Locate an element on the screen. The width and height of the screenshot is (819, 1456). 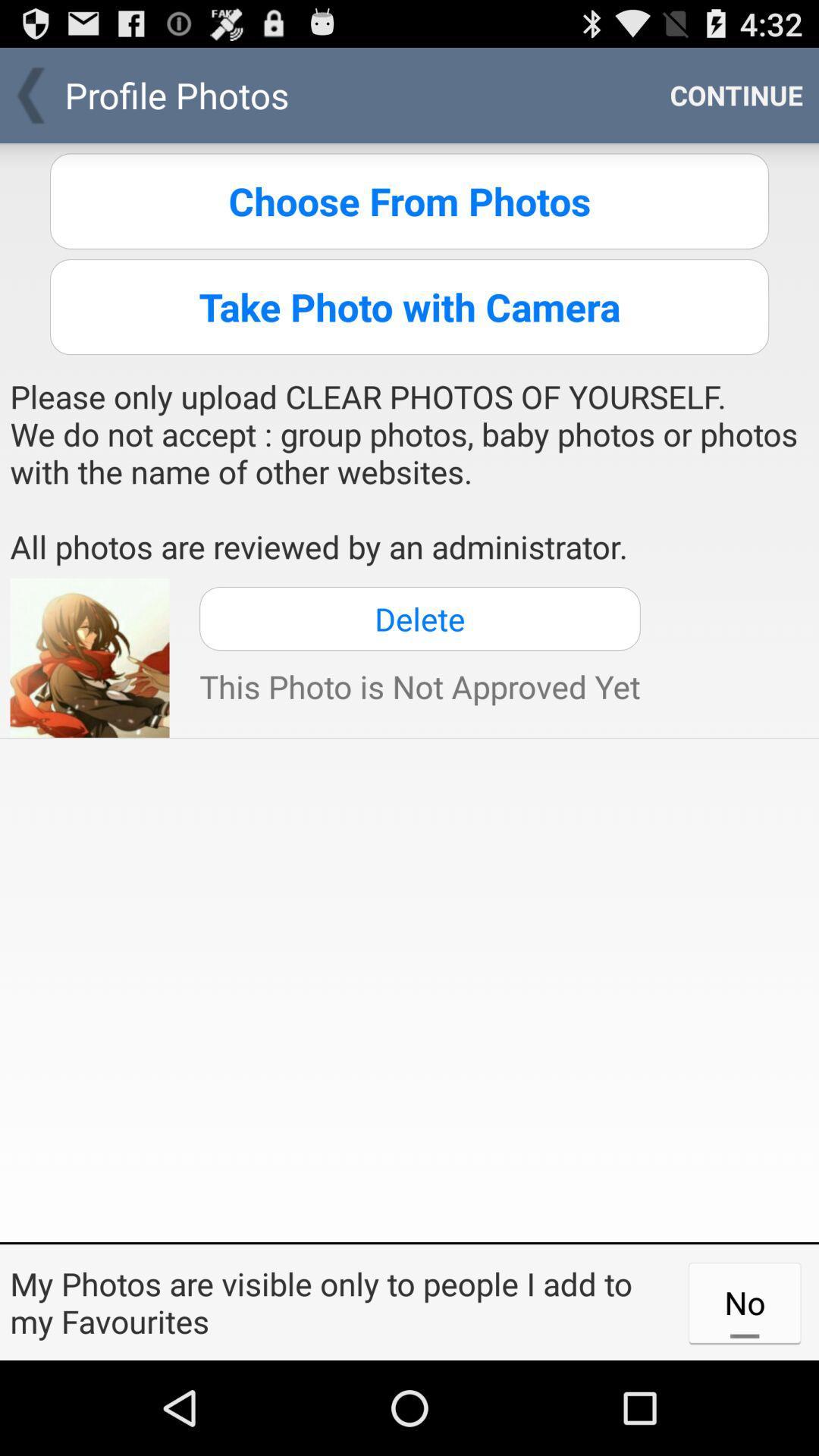
take photo with icon is located at coordinates (409, 306).